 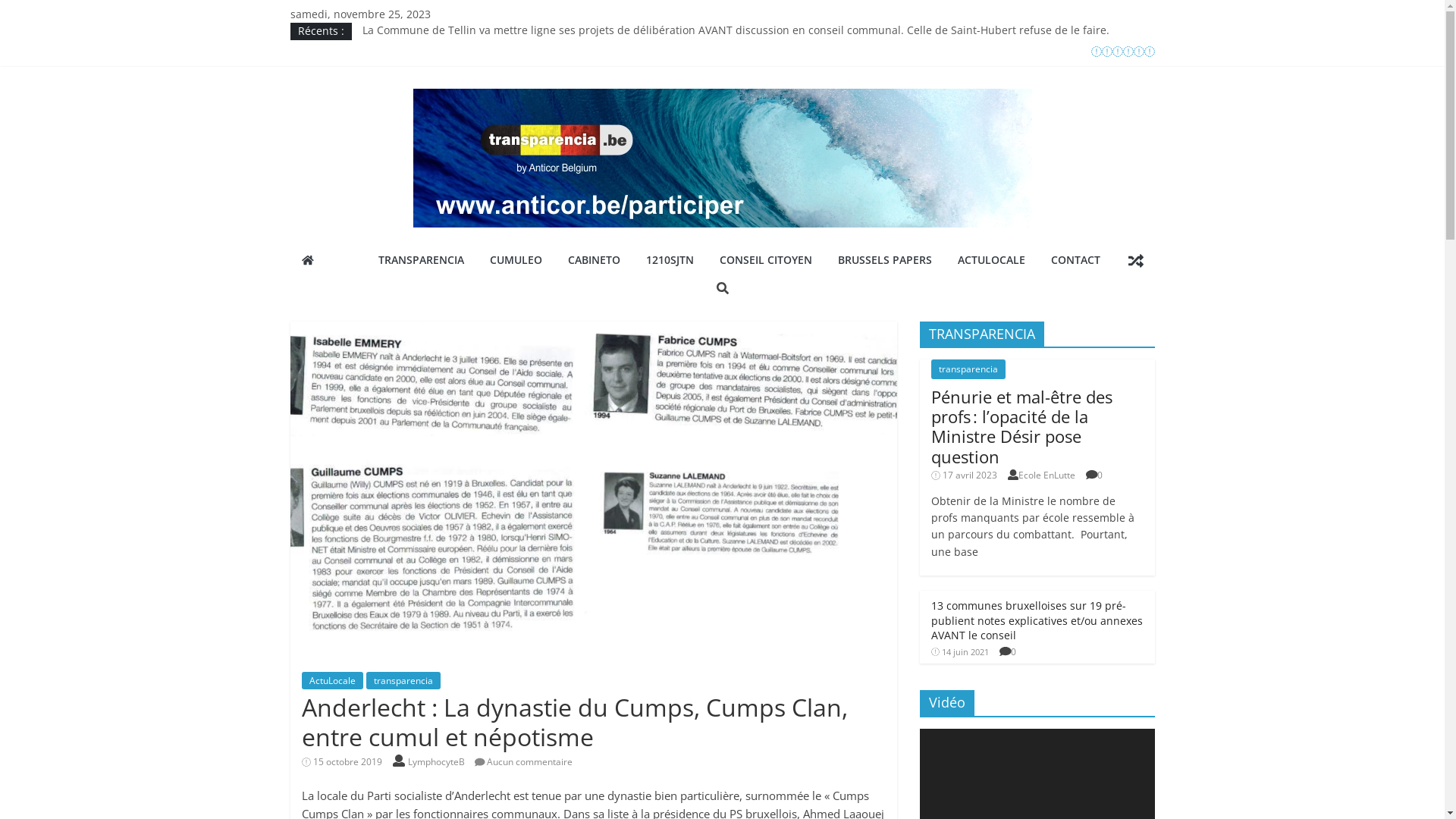 What do you see at coordinates (1135, 259) in the screenshot?
I see `'Voir un article au hasard'` at bounding box center [1135, 259].